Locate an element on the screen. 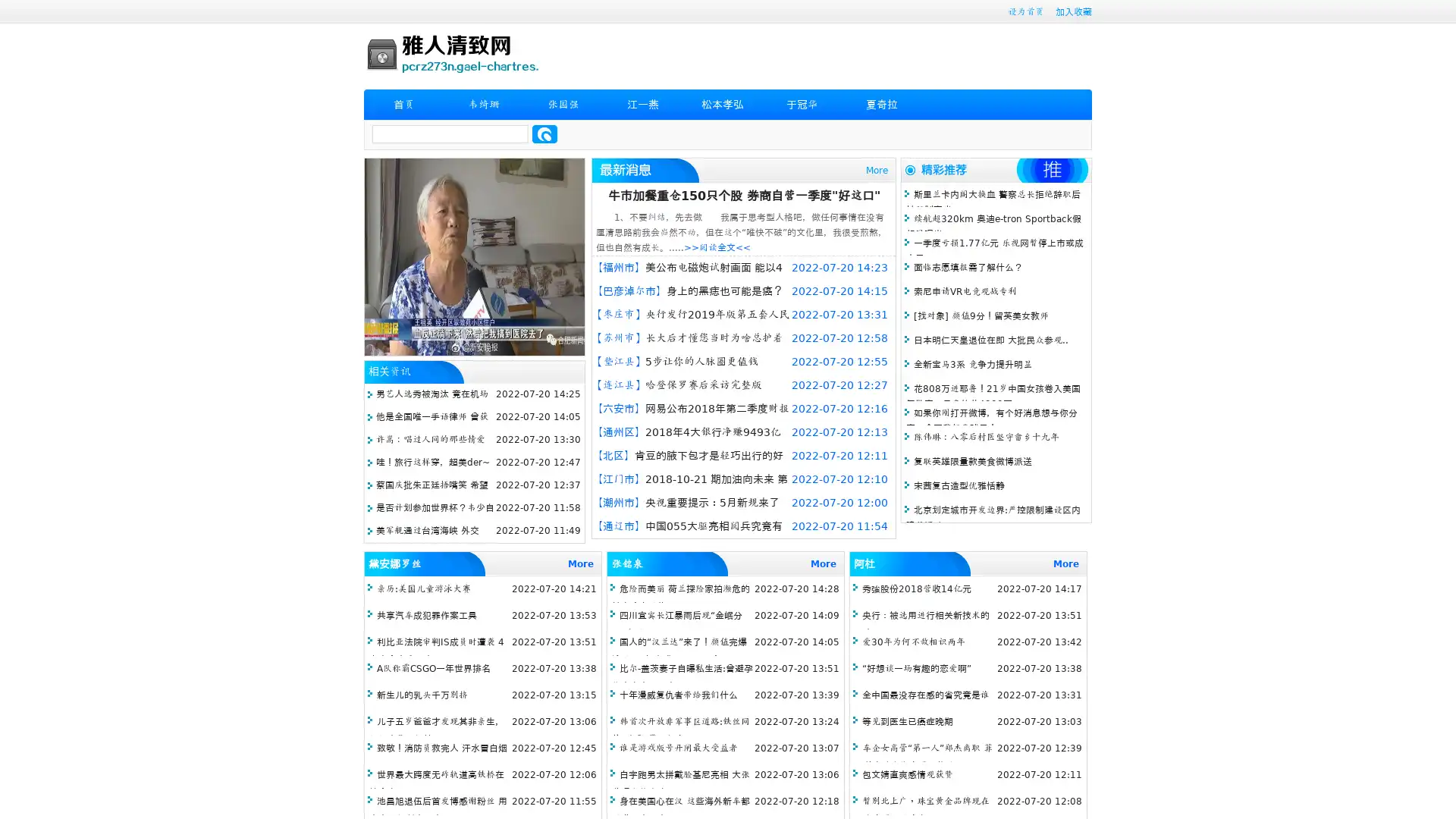 This screenshot has height=819, width=1456. Search is located at coordinates (544, 133).